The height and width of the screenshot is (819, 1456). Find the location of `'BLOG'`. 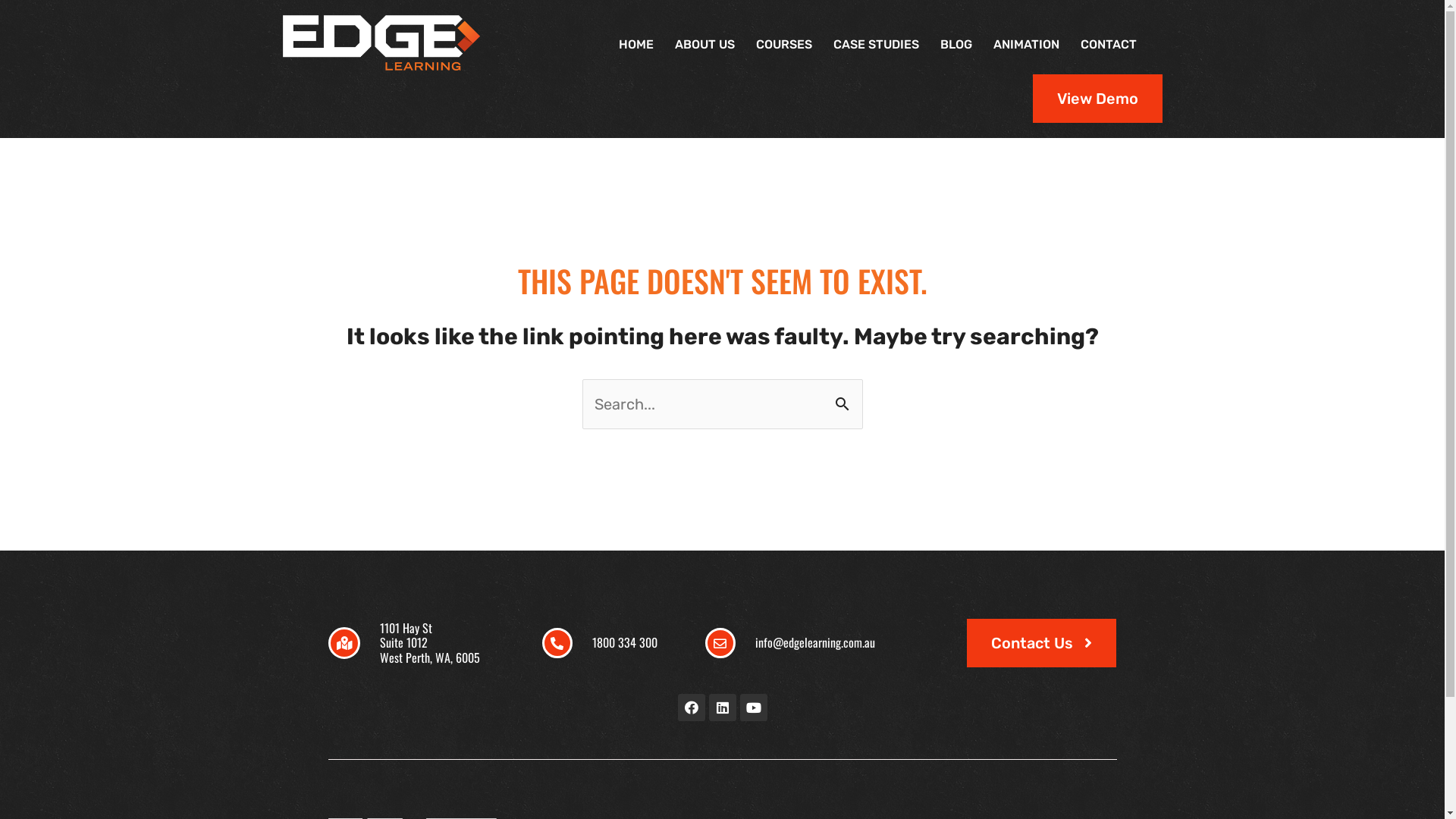

'BLOG' is located at coordinates (955, 43).